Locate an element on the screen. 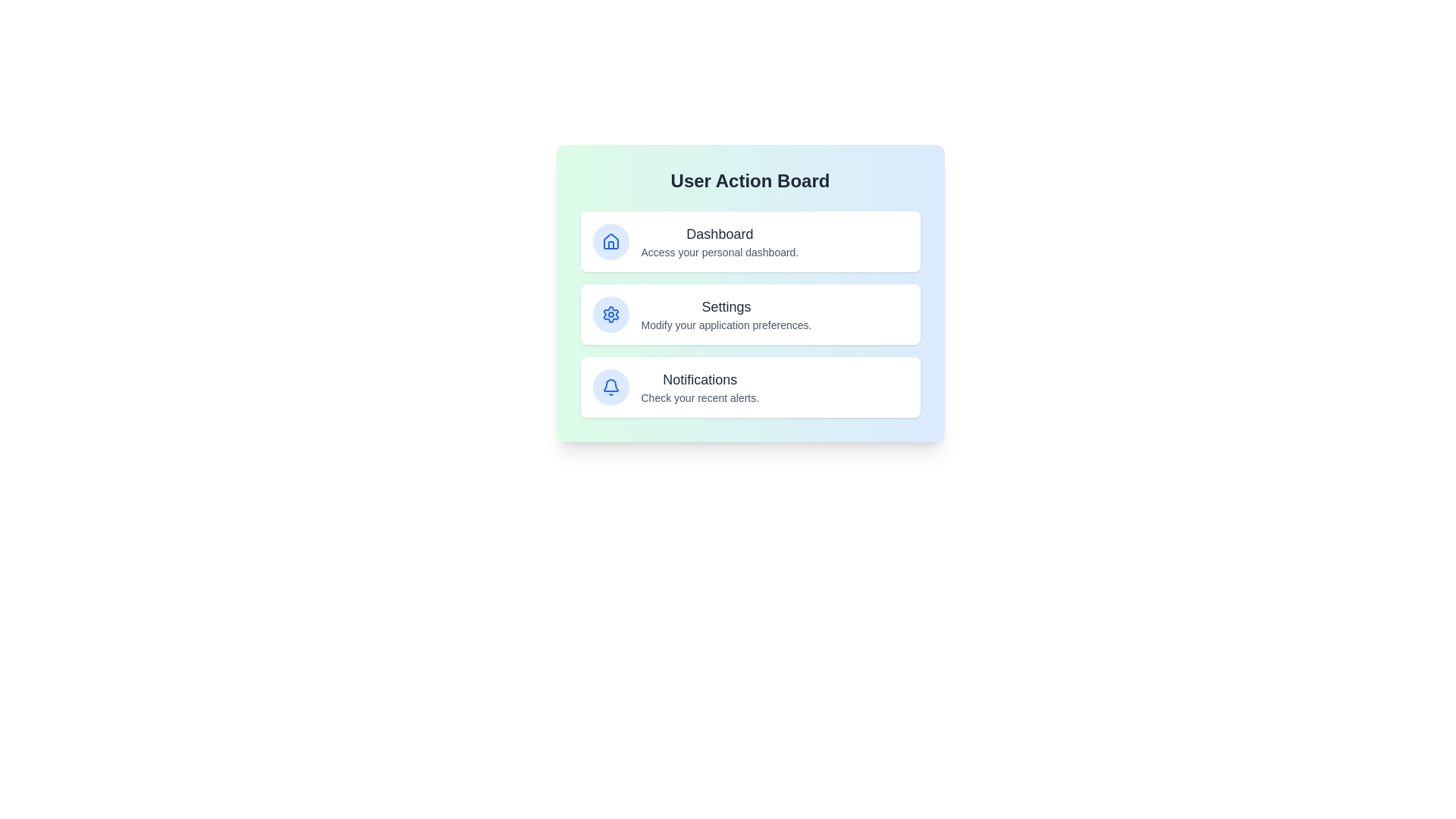 The width and height of the screenshot is (1456, 819). the icon corresponding to Dashboard in the User Action Board is located at coordinates (610, 241).